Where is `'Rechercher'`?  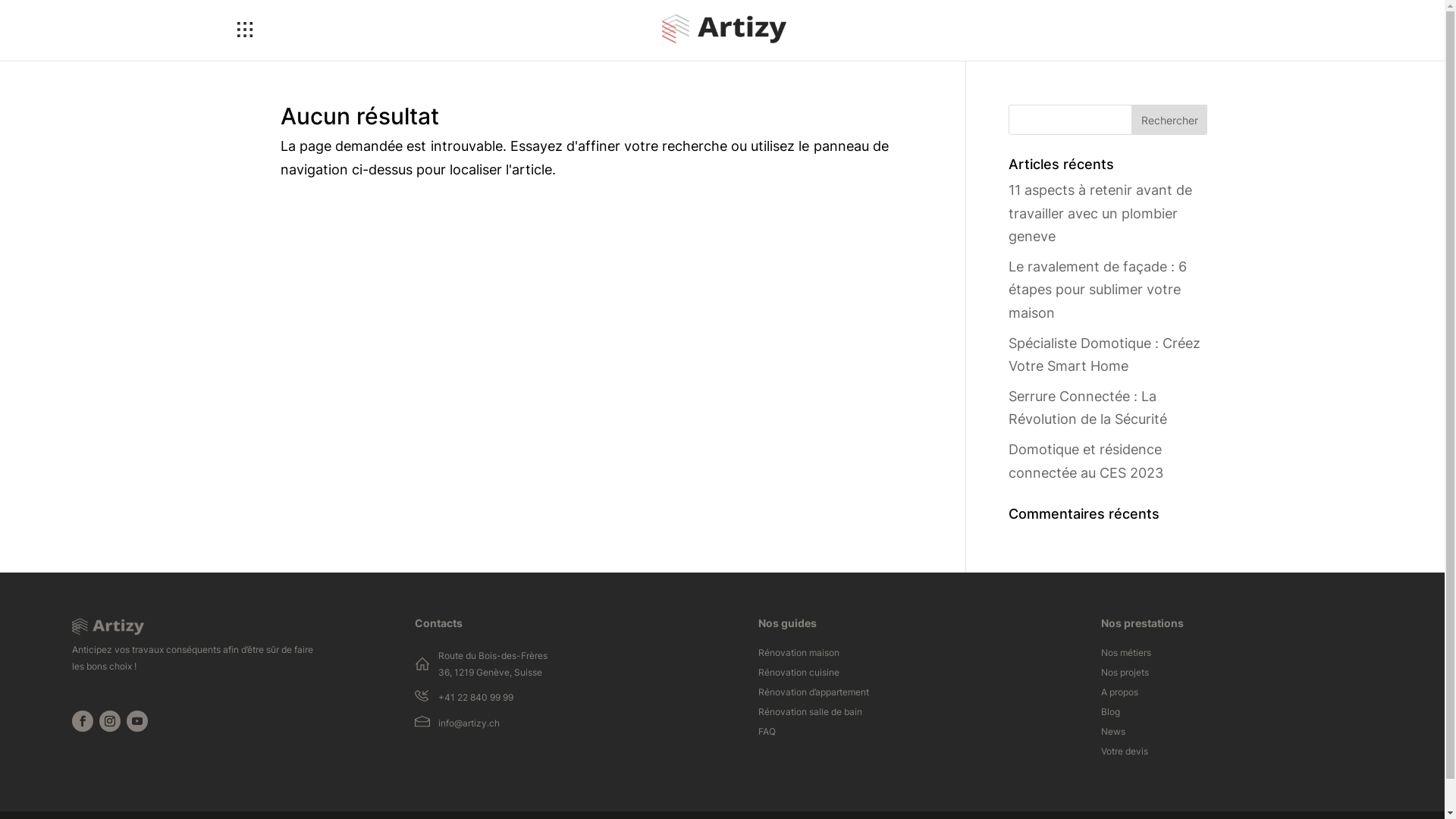
'Rechercher' is located at coordinates (1168, 119).